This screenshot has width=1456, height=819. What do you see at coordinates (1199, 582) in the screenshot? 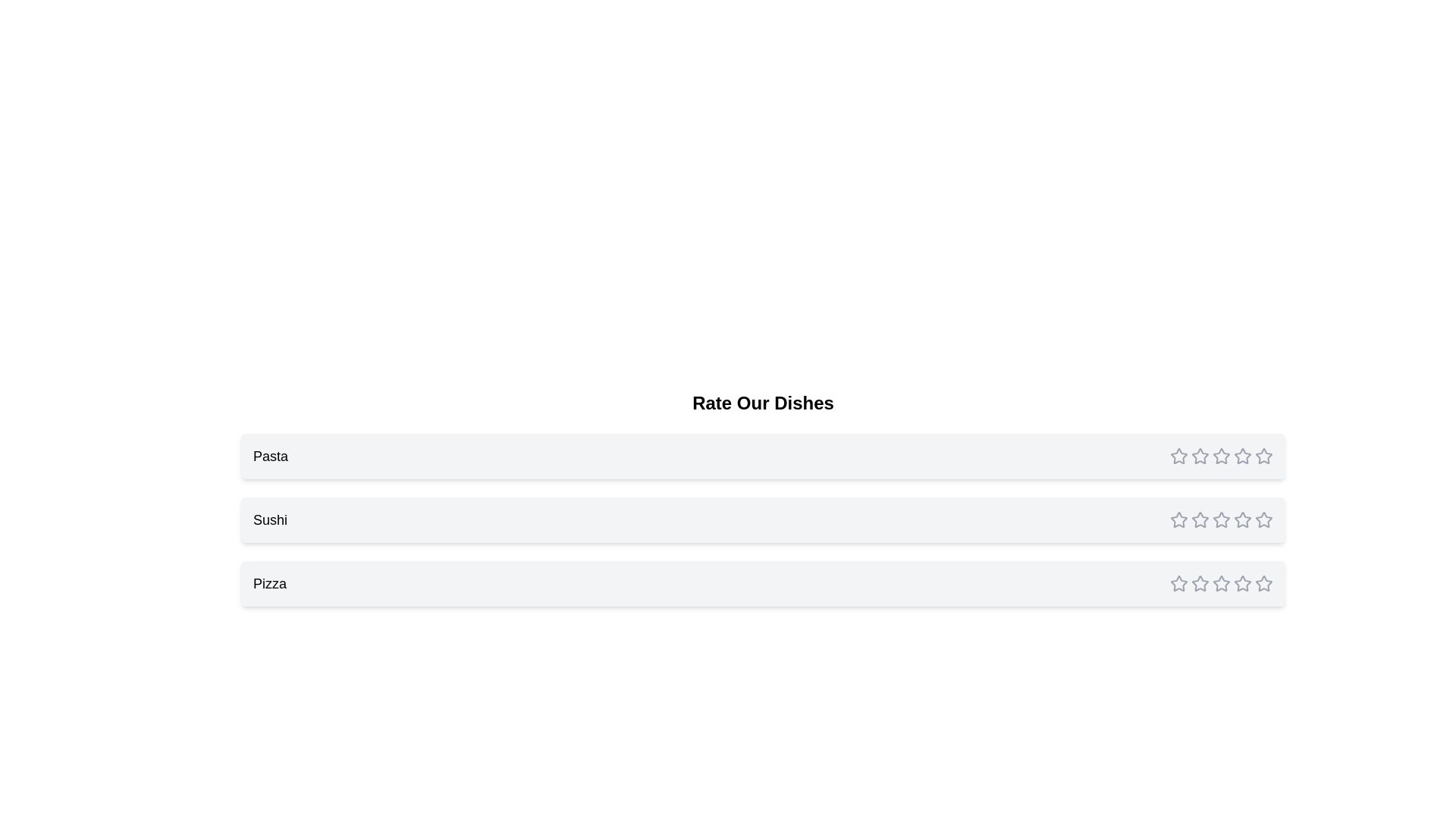
I see `the fifth star icon in the rating system for the Pizza item` at bounding box center [1199, 582].